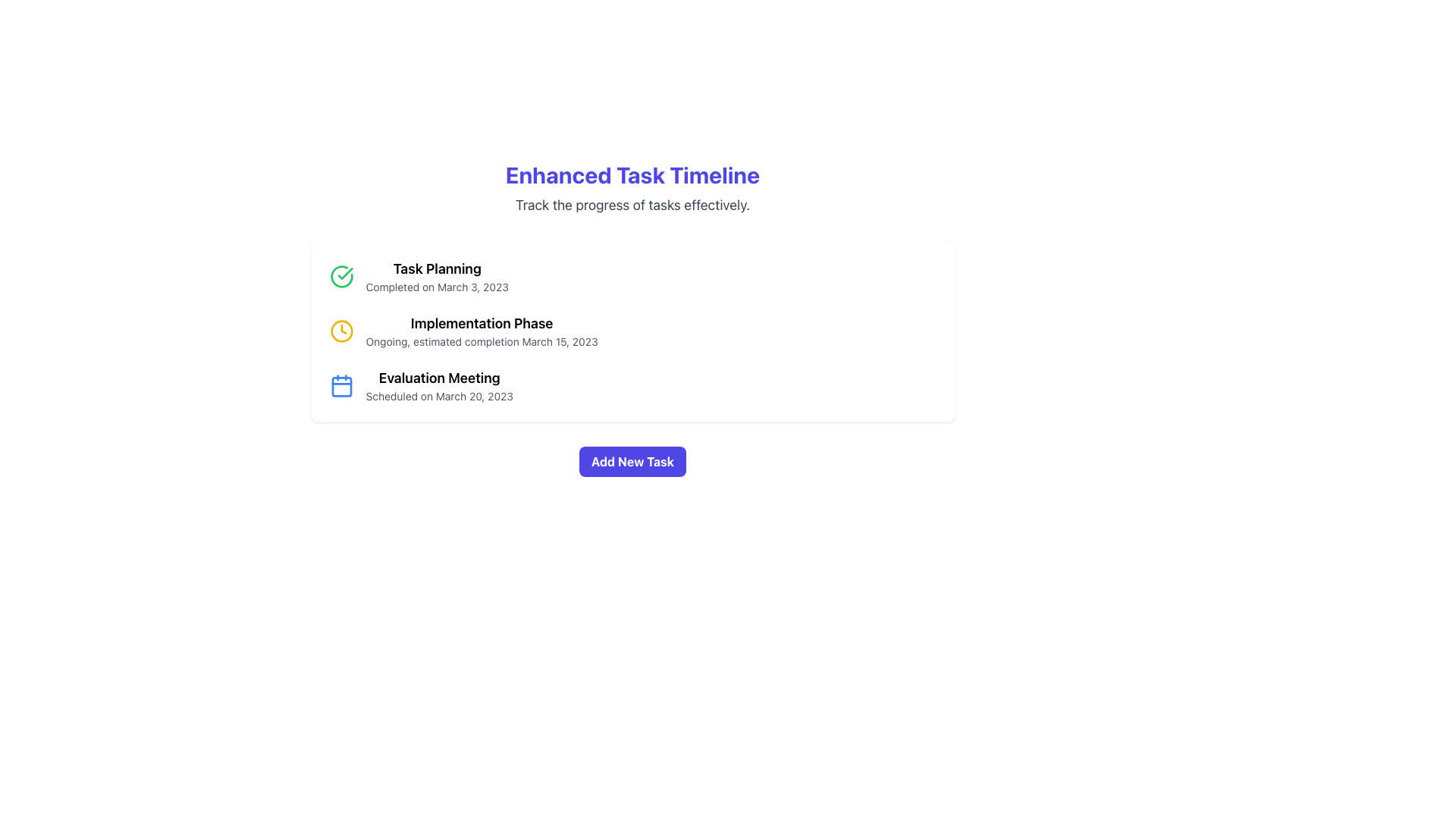 This screenshot has height=819, width=1456. Describe the element at coordinates (481, 323) in the screenshot. I see `the text label styled with a bold, large font that reads 'Implementation Phase', which is positioned above the details of the task timeline` at that location.